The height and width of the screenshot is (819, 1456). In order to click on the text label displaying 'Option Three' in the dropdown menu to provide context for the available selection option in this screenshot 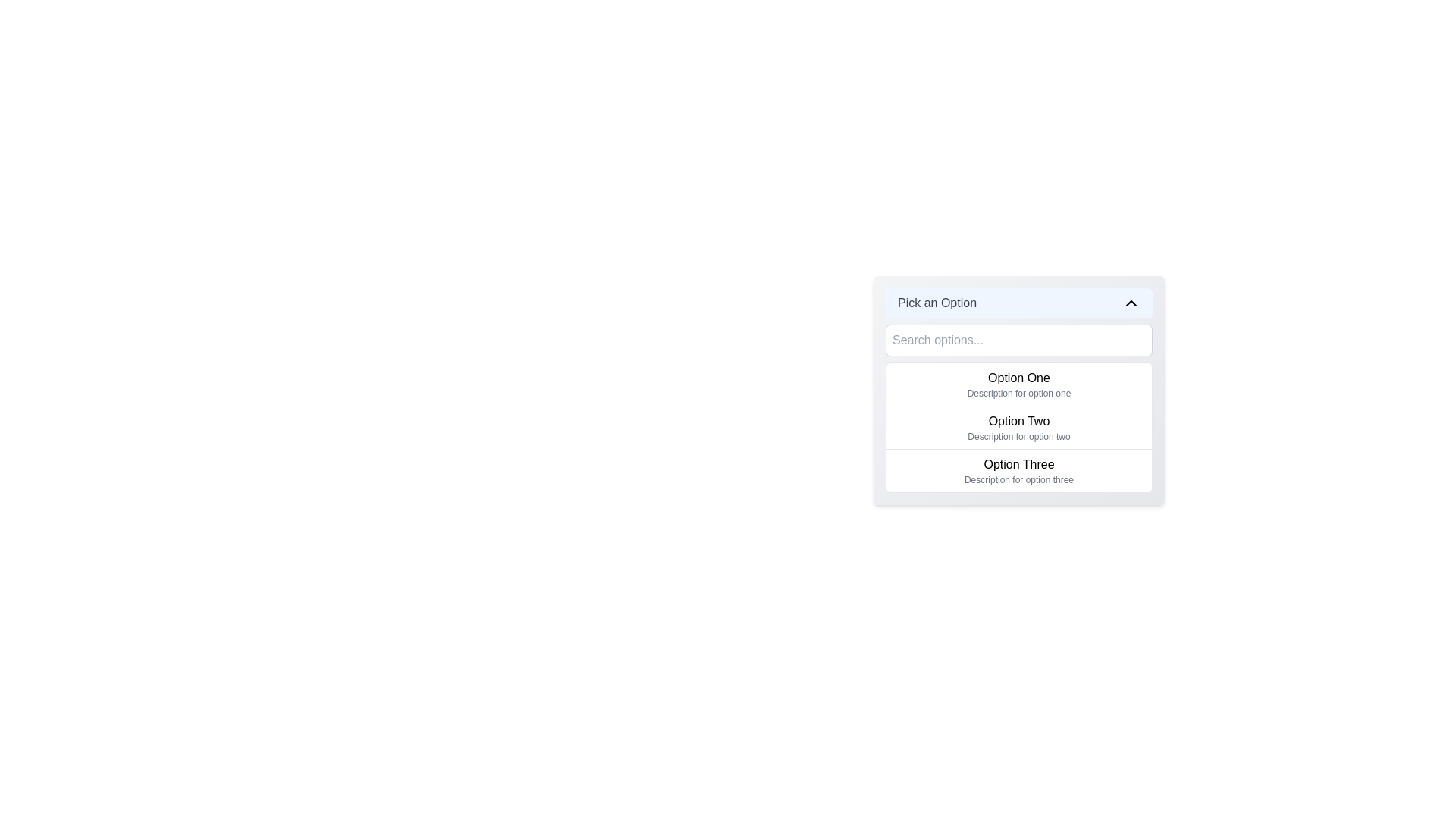, I will do `click(1019, 464)`.